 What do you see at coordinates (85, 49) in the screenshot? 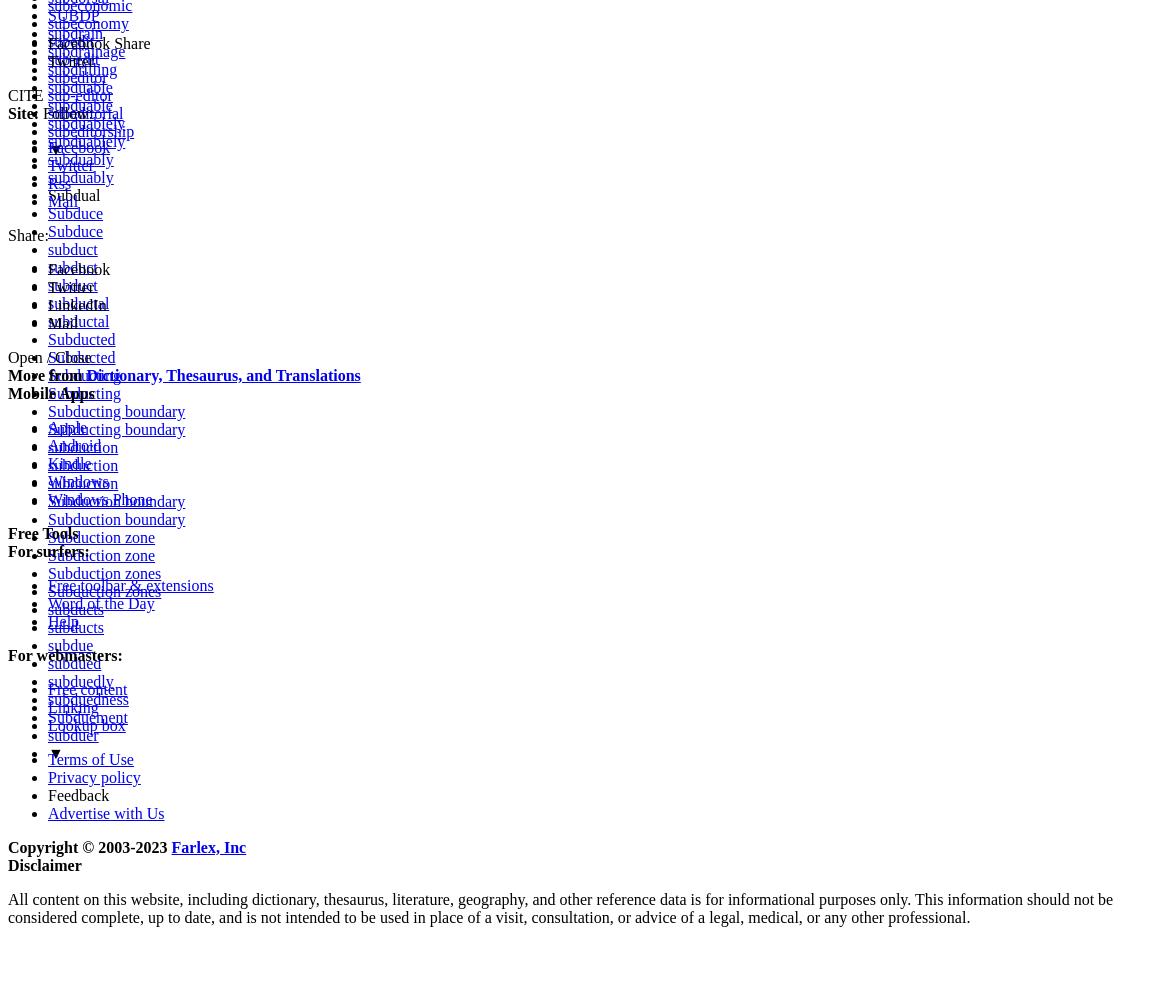
I see `'subdrainage'` at bounding box center [85, 49].